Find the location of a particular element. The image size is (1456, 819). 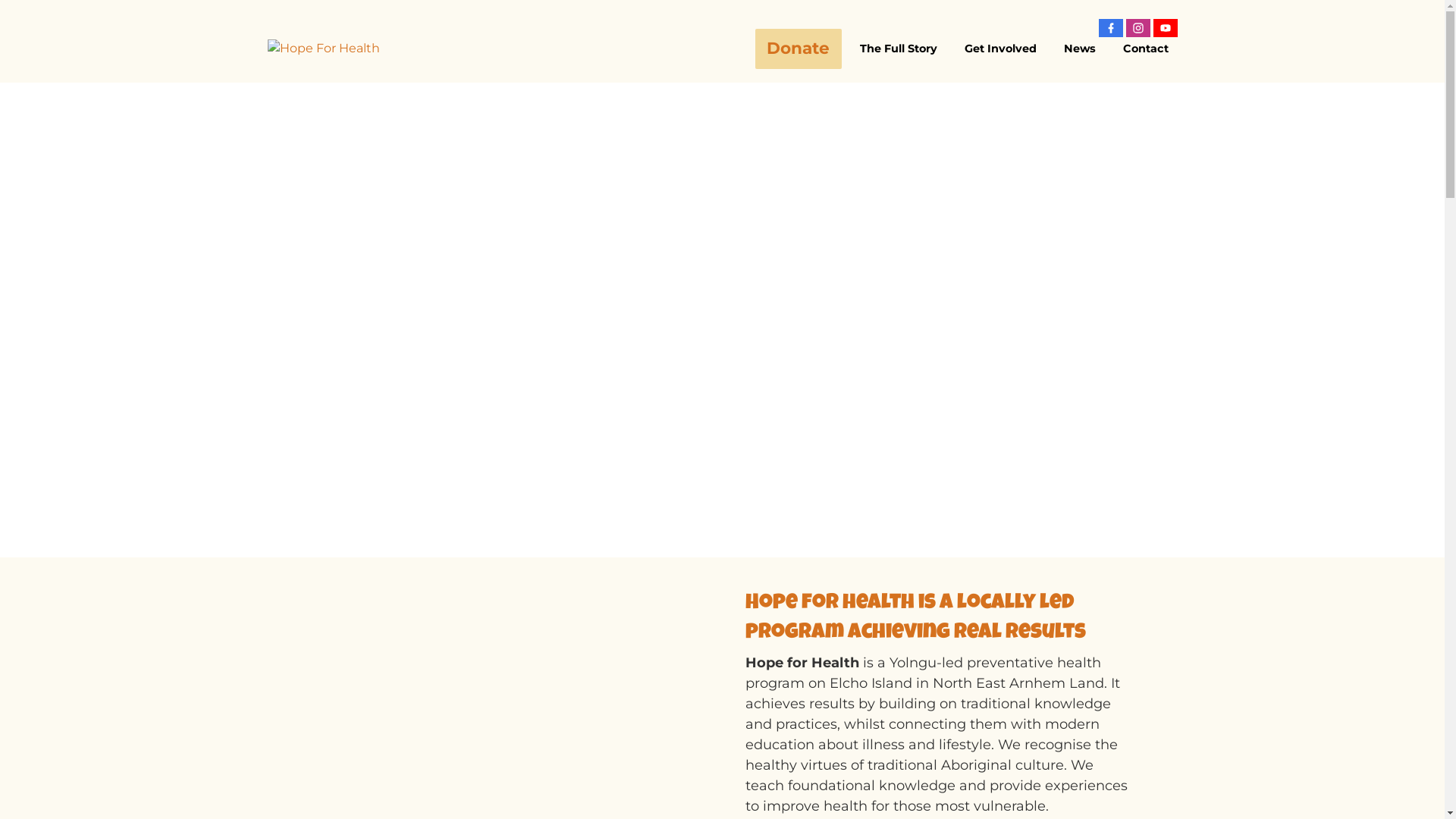

'Donate' is located at coordinates (797, 48).